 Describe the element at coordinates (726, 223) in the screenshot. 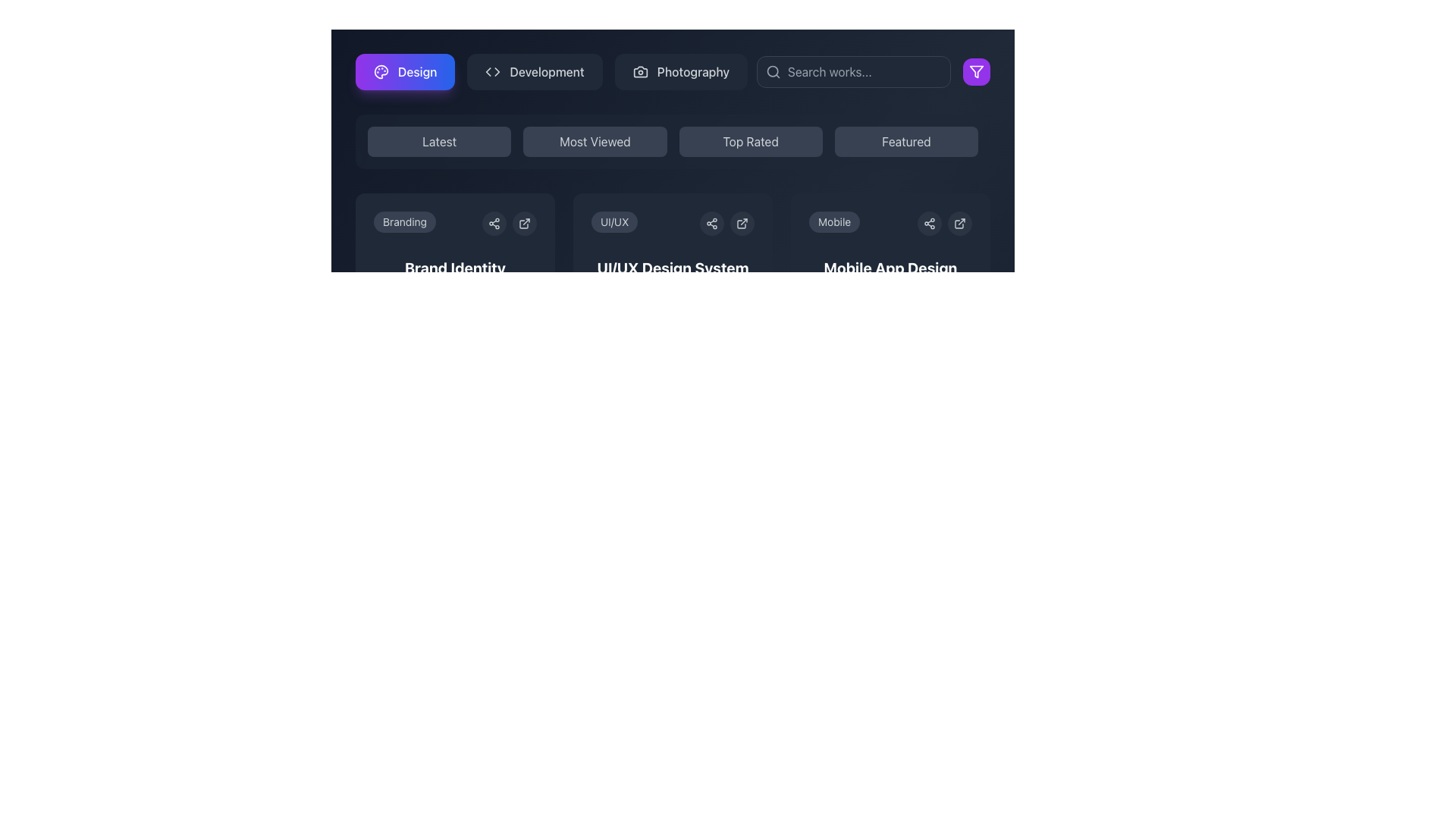

I see `the external link button in the Grouped action buttons located in the 'UI/UX' section, which is the second grouping of action buttons below the section title` at that location.